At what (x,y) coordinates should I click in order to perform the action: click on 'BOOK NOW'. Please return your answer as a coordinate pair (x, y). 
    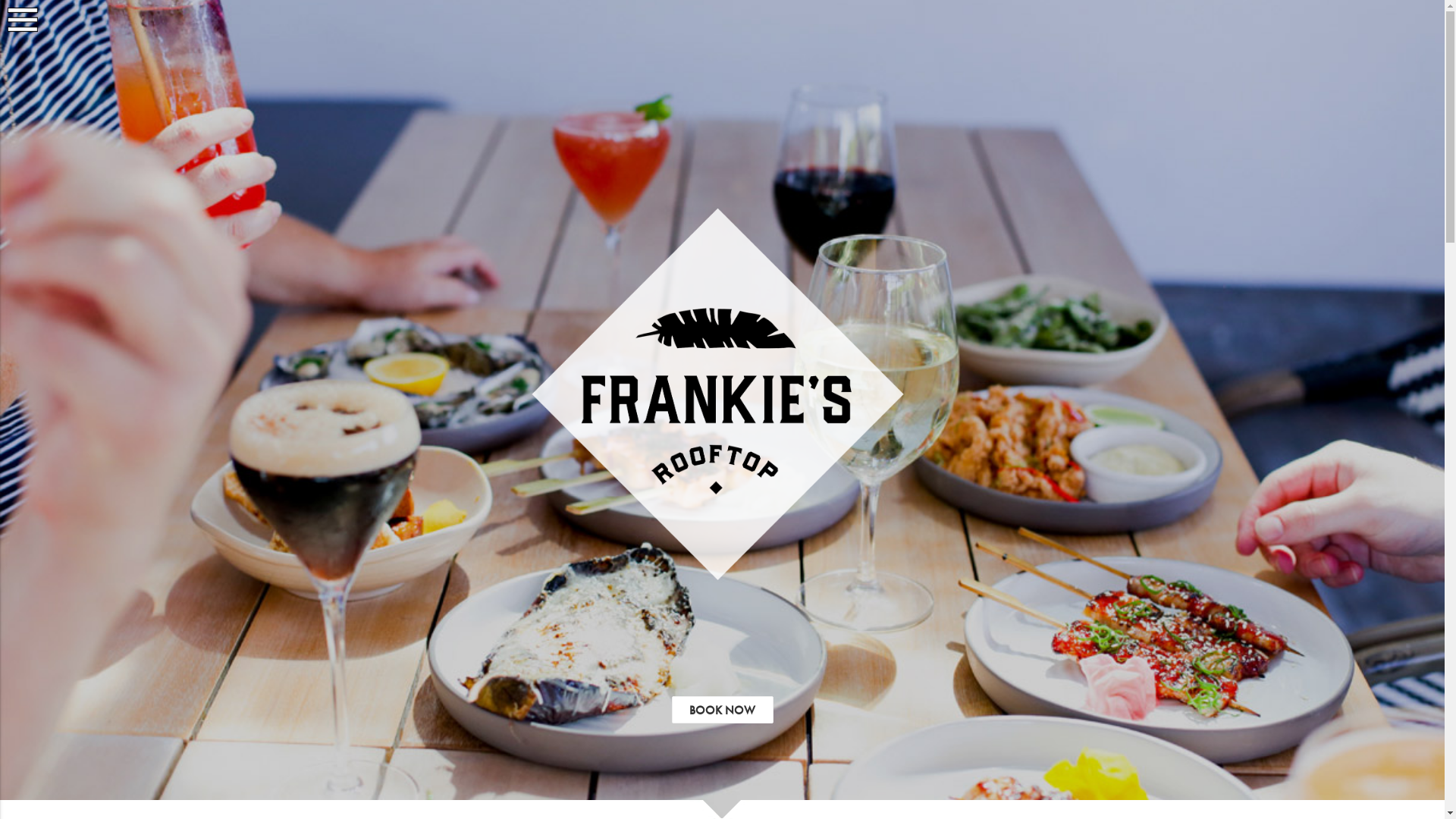
    Looking at the image, I should click on (722, 710).